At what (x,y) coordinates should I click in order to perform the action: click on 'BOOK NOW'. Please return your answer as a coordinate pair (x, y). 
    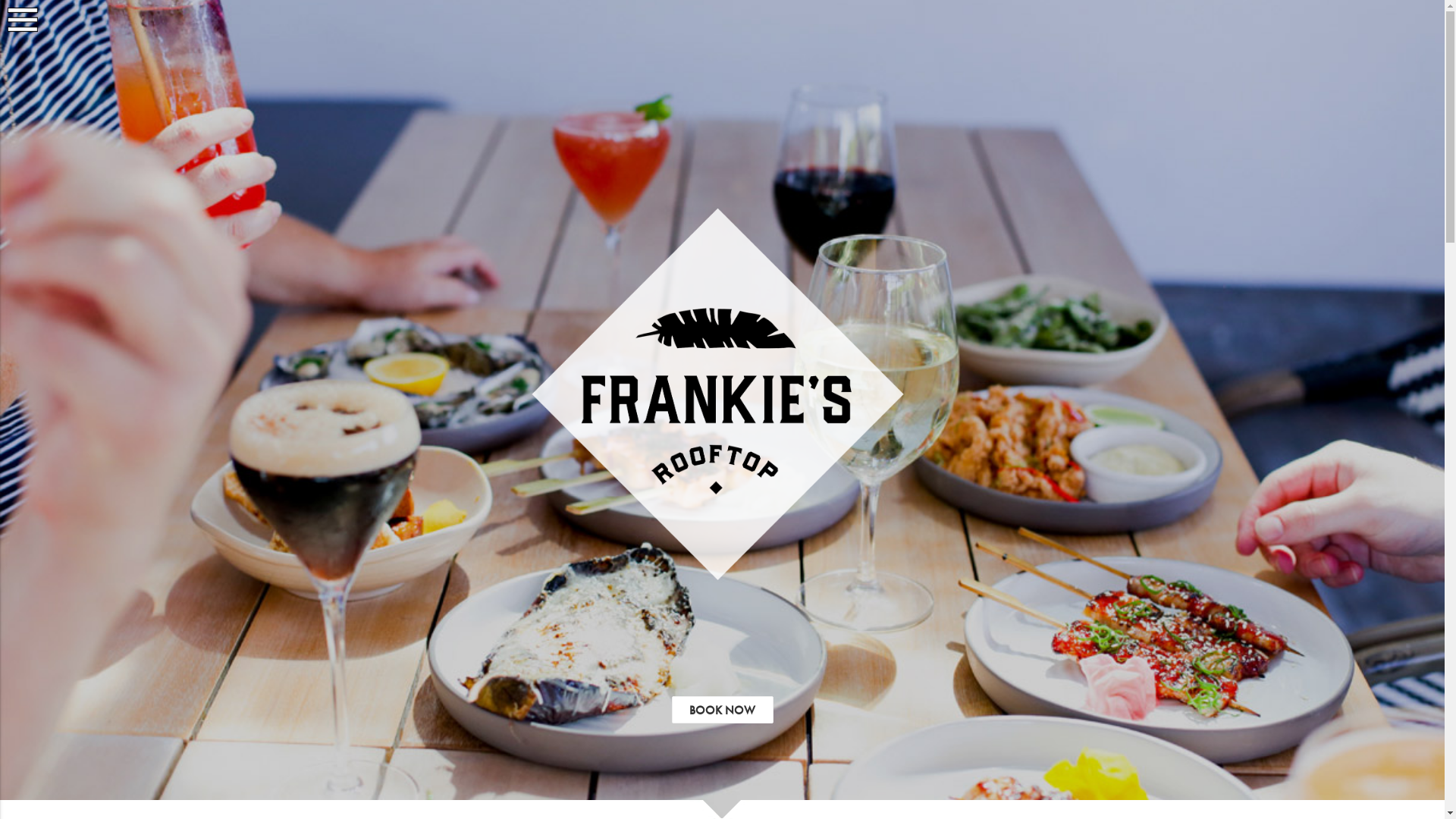
    Looking at the image, I should click on (722, 710).